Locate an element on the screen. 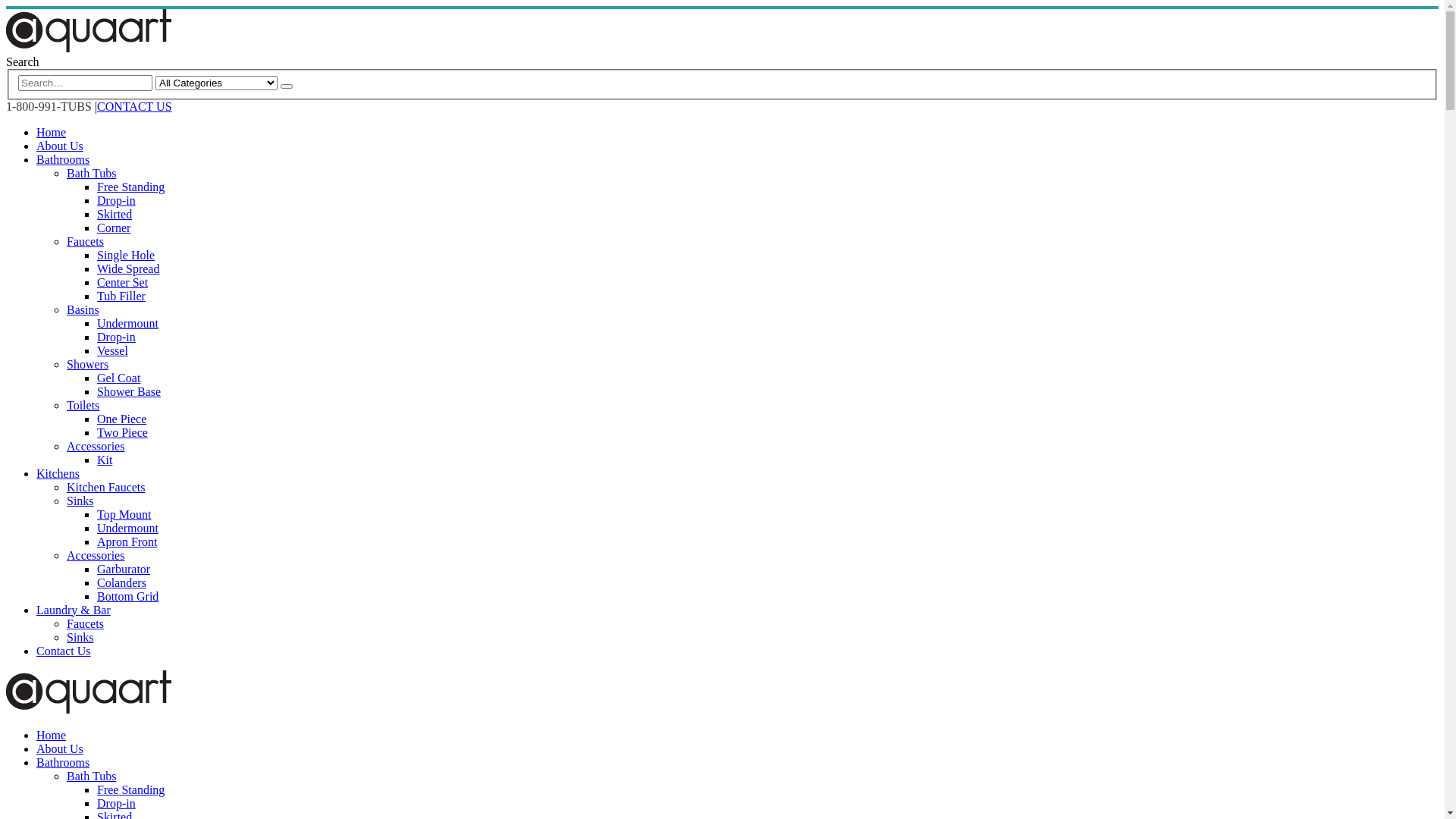  'Faucets' is located at coordinates (84, 240).